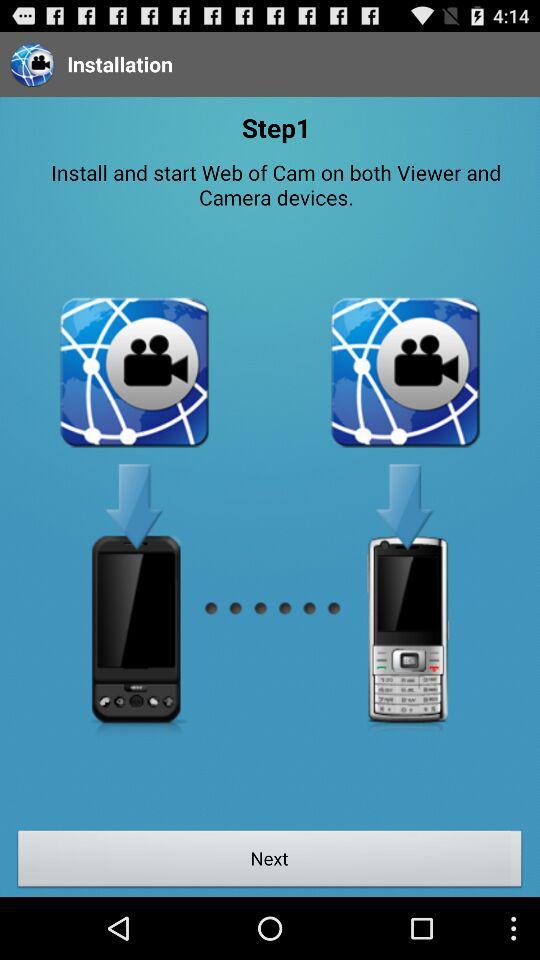 This screenshot has width=540, height=960. Describe the element at coordinates (270, 860) in the screenshot. I see `the icon at the bottom` at that location.